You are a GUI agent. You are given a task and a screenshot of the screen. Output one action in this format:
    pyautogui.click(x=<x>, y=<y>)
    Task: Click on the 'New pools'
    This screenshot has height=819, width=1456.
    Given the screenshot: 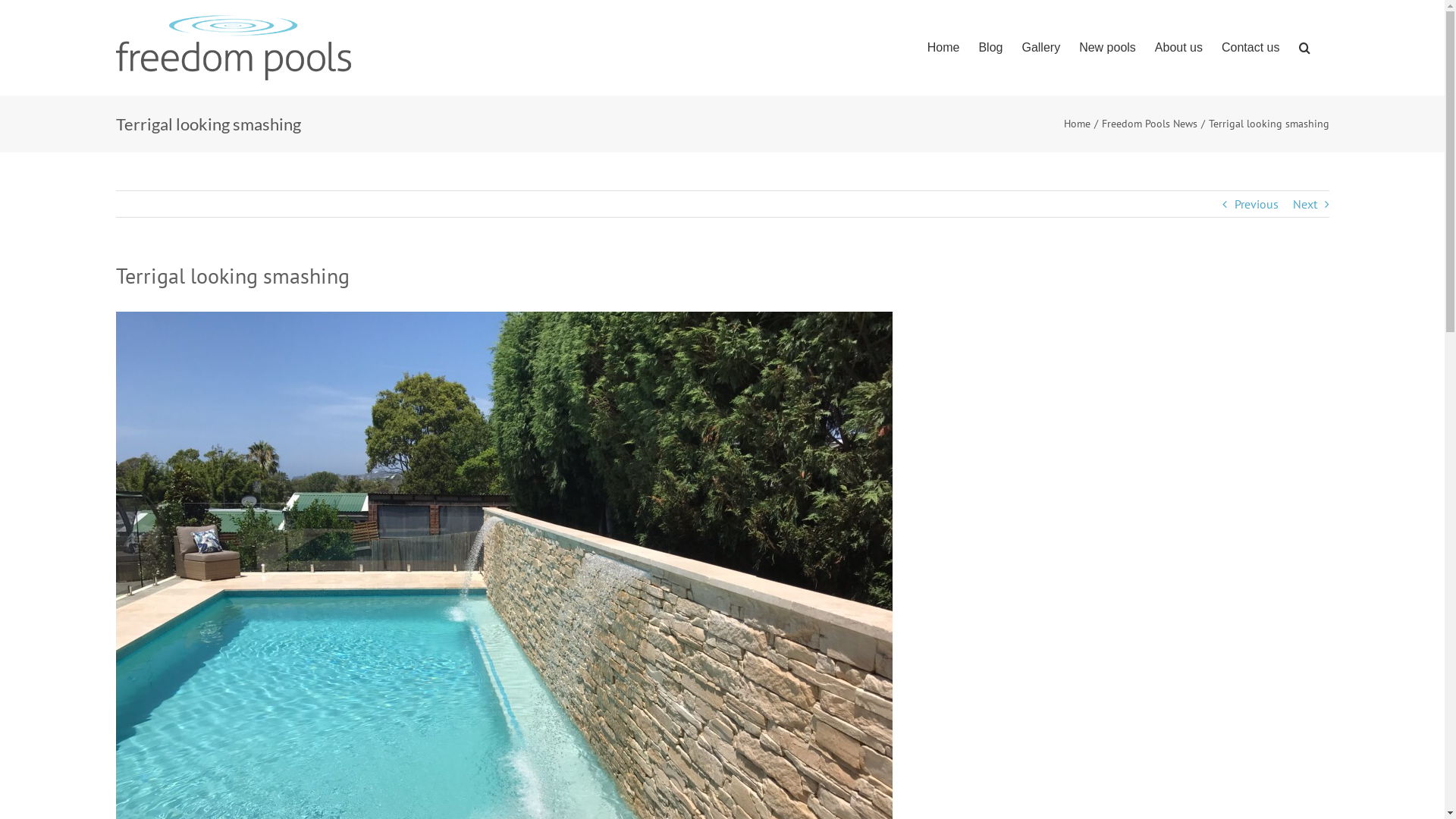 What is the action you would take?
    pyautogui.click(x=1078, y=46)
    